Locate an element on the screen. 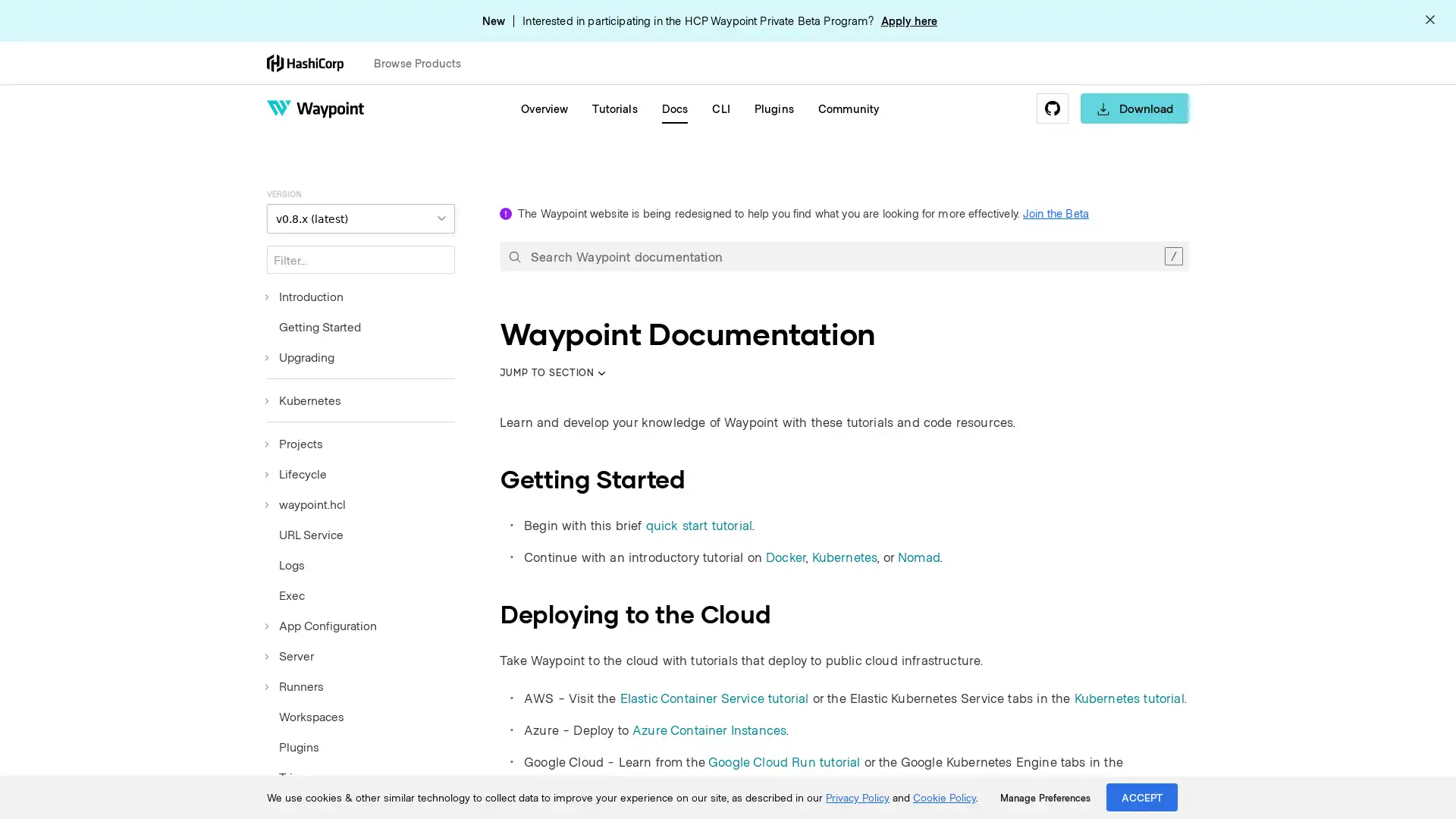 This screenshot has height=819, width=1456. Lifecycle is located at coordinates (297, 472).